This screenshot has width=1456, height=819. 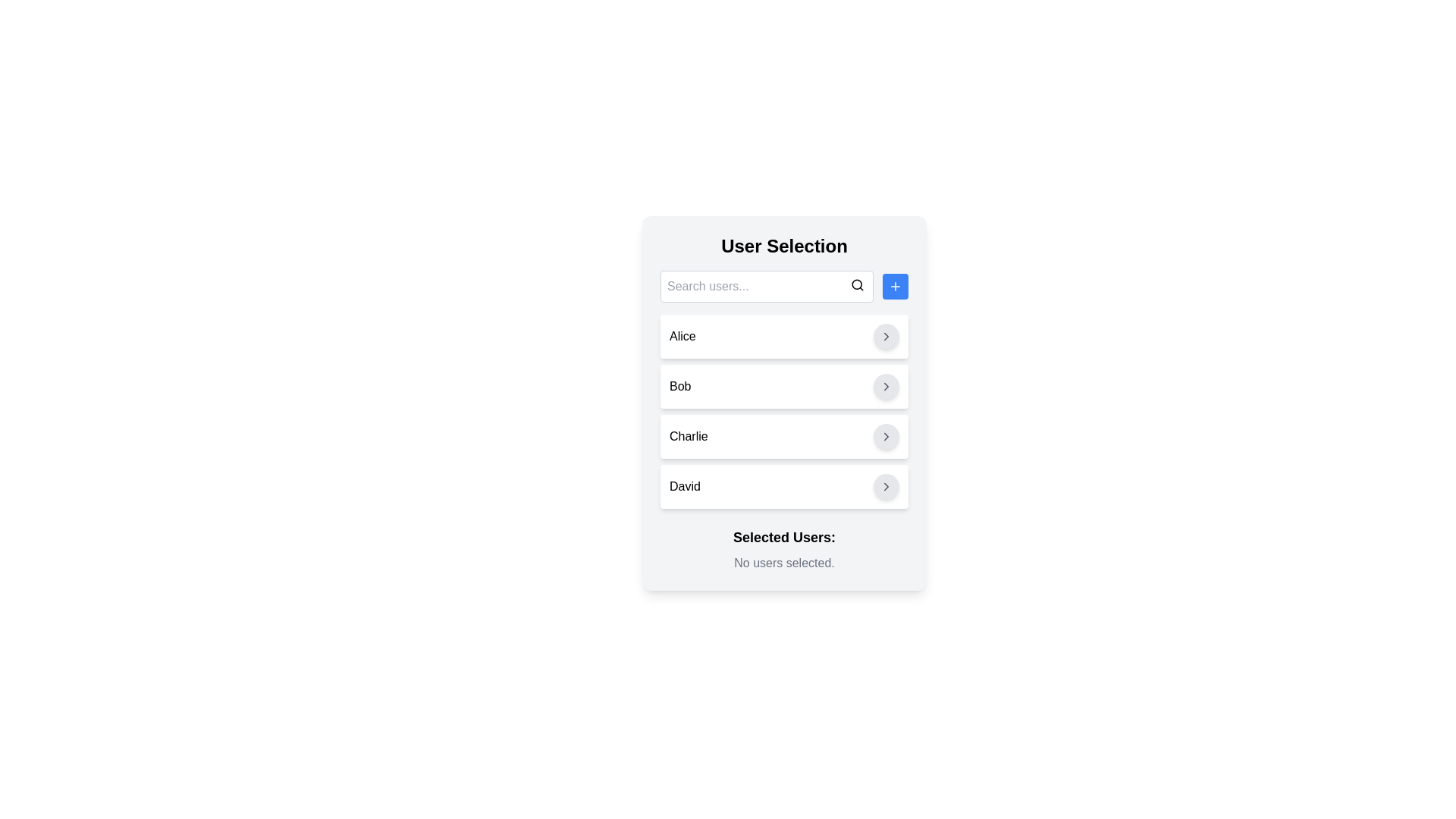 I want to click on the search icon located at the right end of the 'Search users...' input field to initiate a search action, so click(x=858, y=284).